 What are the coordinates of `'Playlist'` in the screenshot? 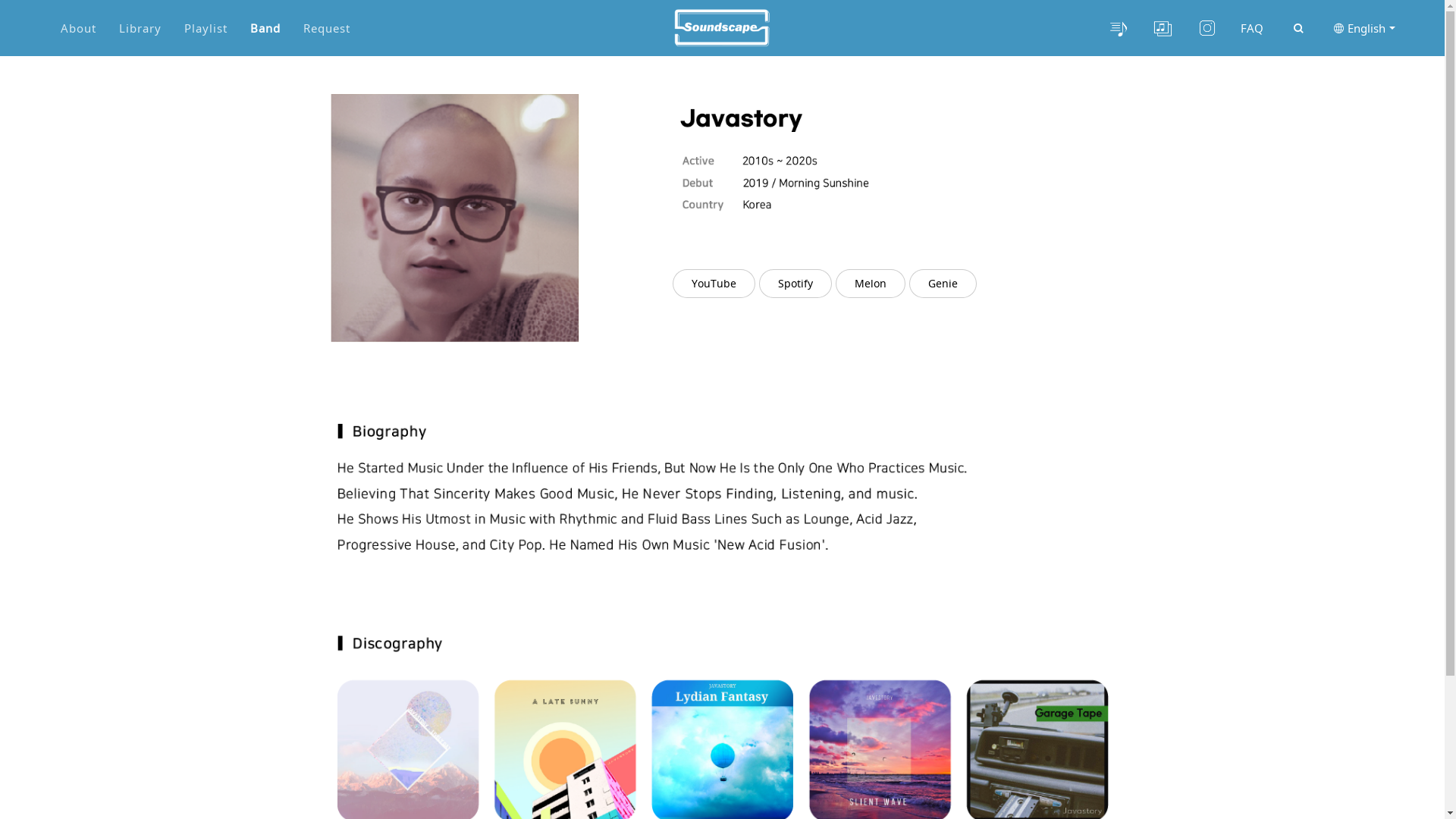 It's located at (205, 28).